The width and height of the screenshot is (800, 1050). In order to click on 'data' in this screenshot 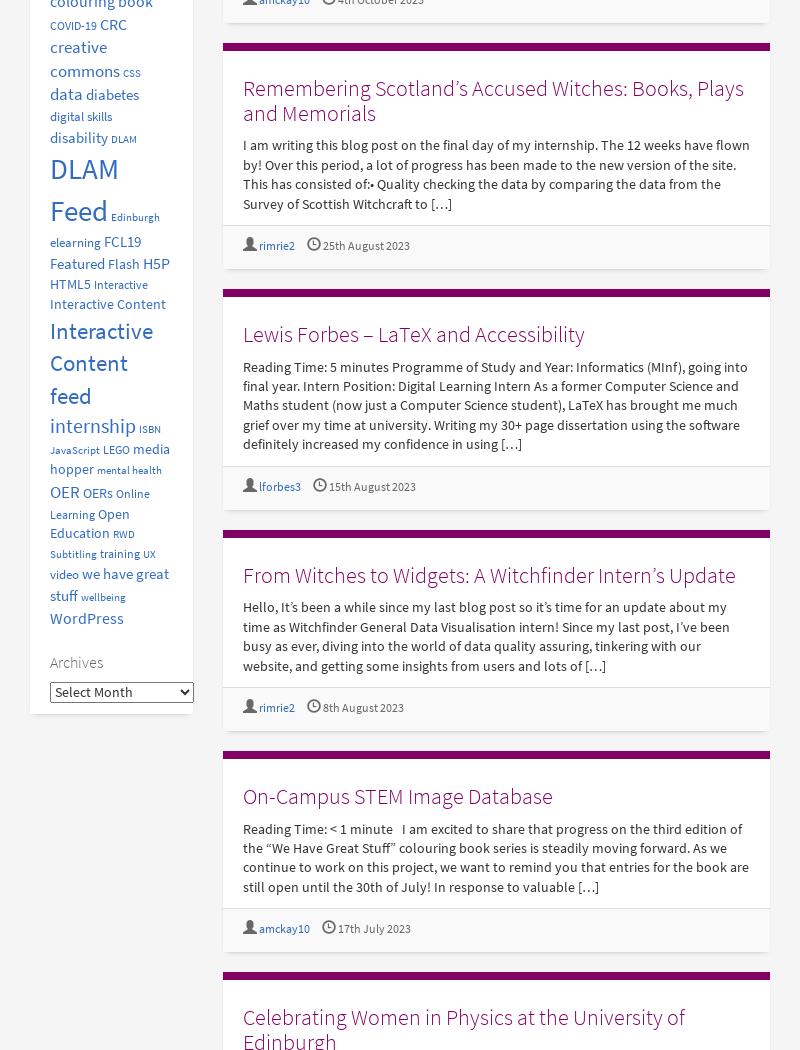, I will do `click(65, 94)`.